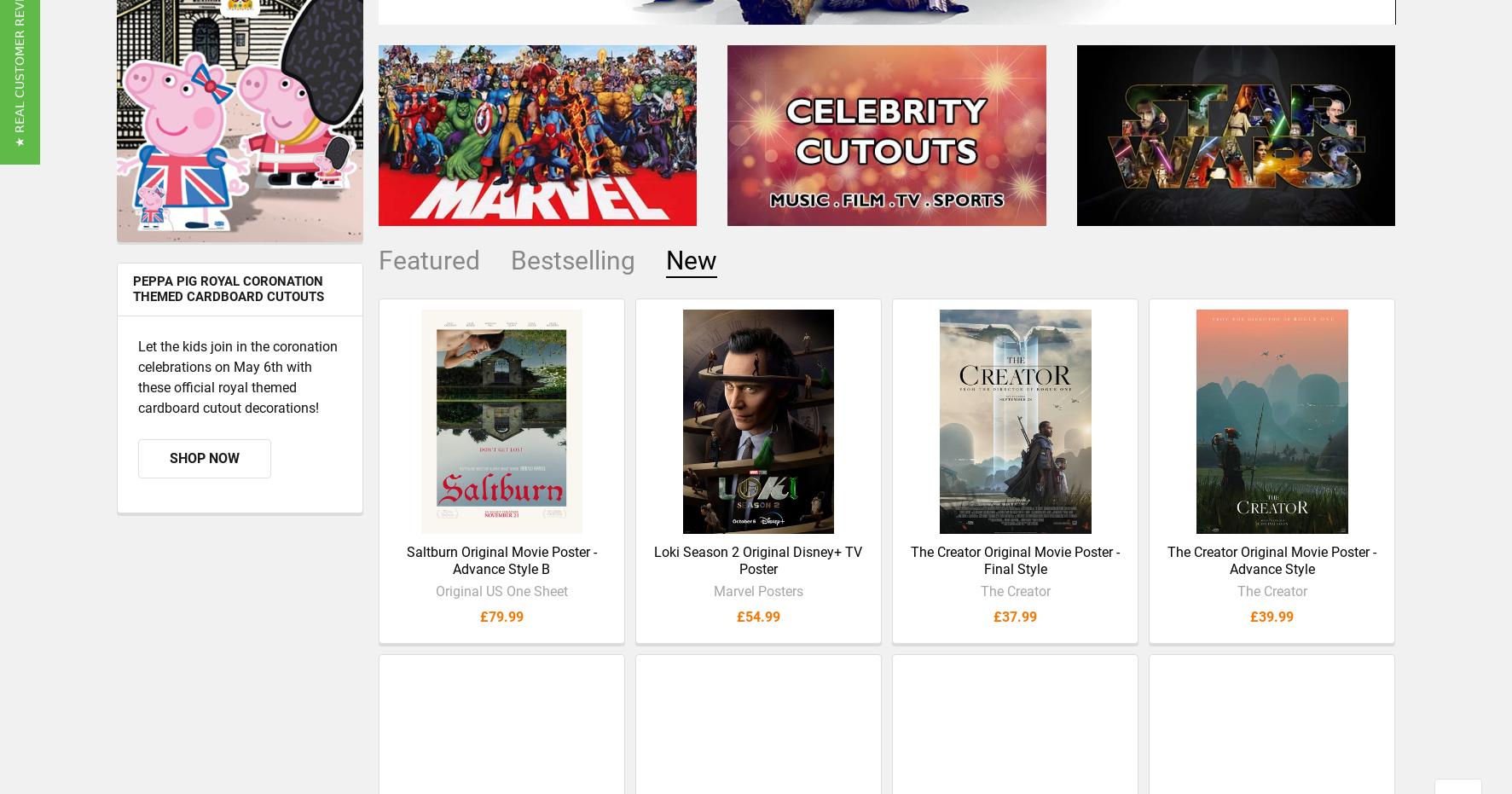 This screenshot has height=794, width=1512. I want to click on 'Shop Now', so click(168, 471).